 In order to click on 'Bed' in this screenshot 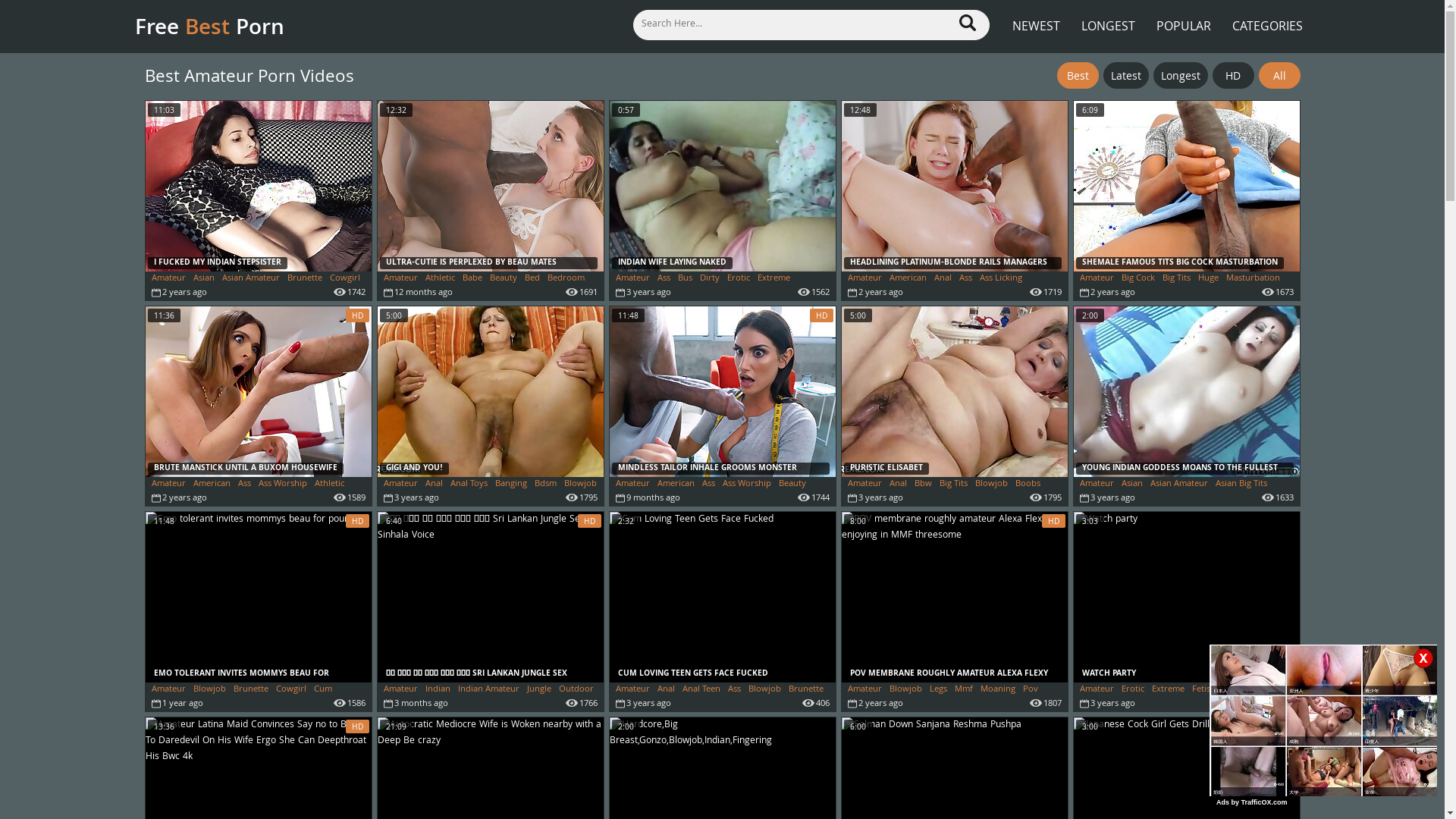, I will do `click(532, 278)`.